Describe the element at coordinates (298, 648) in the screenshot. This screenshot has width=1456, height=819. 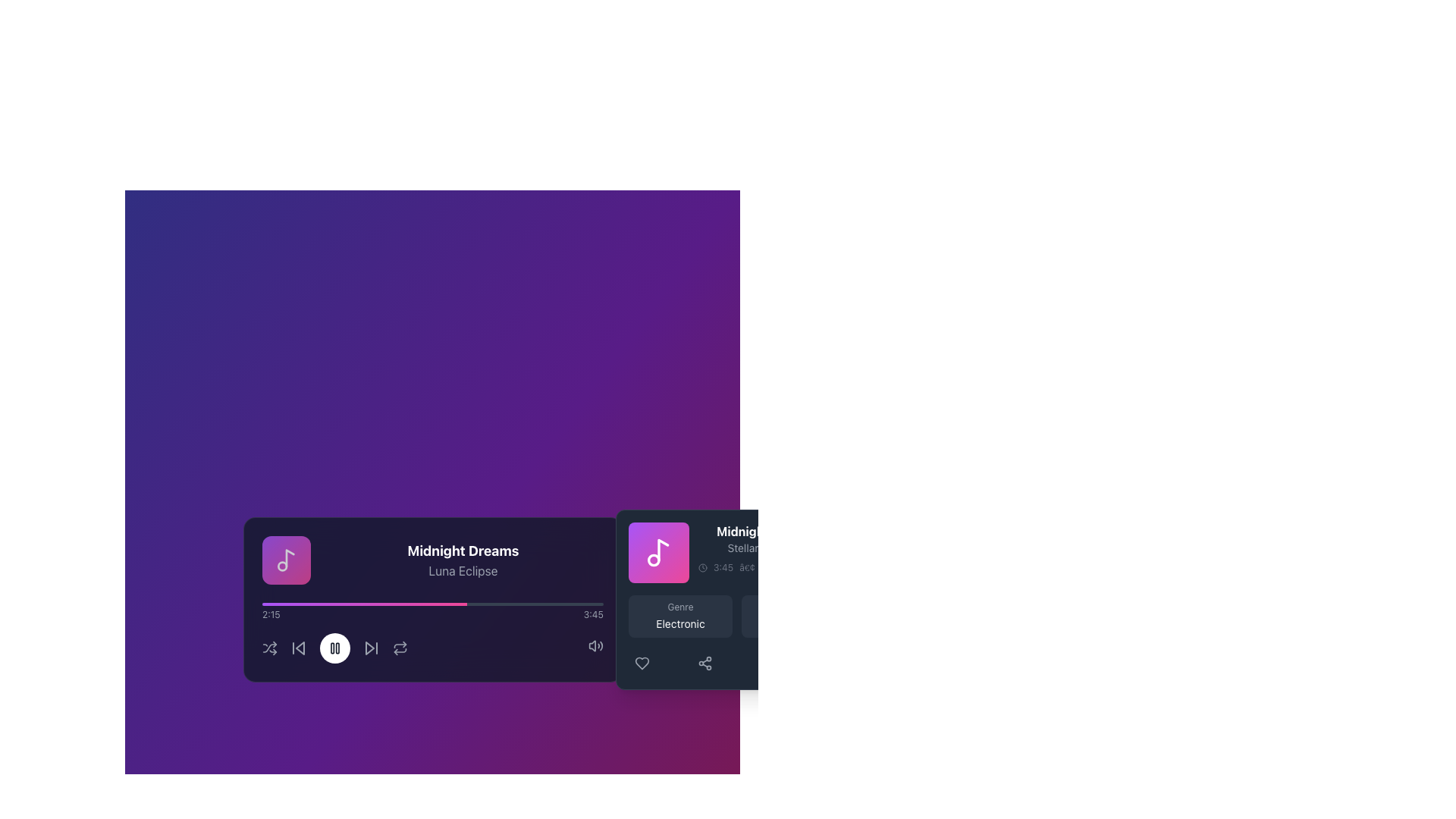
I see `the skip-backward icon button in the music player's control bar to change its color to white` at that location.